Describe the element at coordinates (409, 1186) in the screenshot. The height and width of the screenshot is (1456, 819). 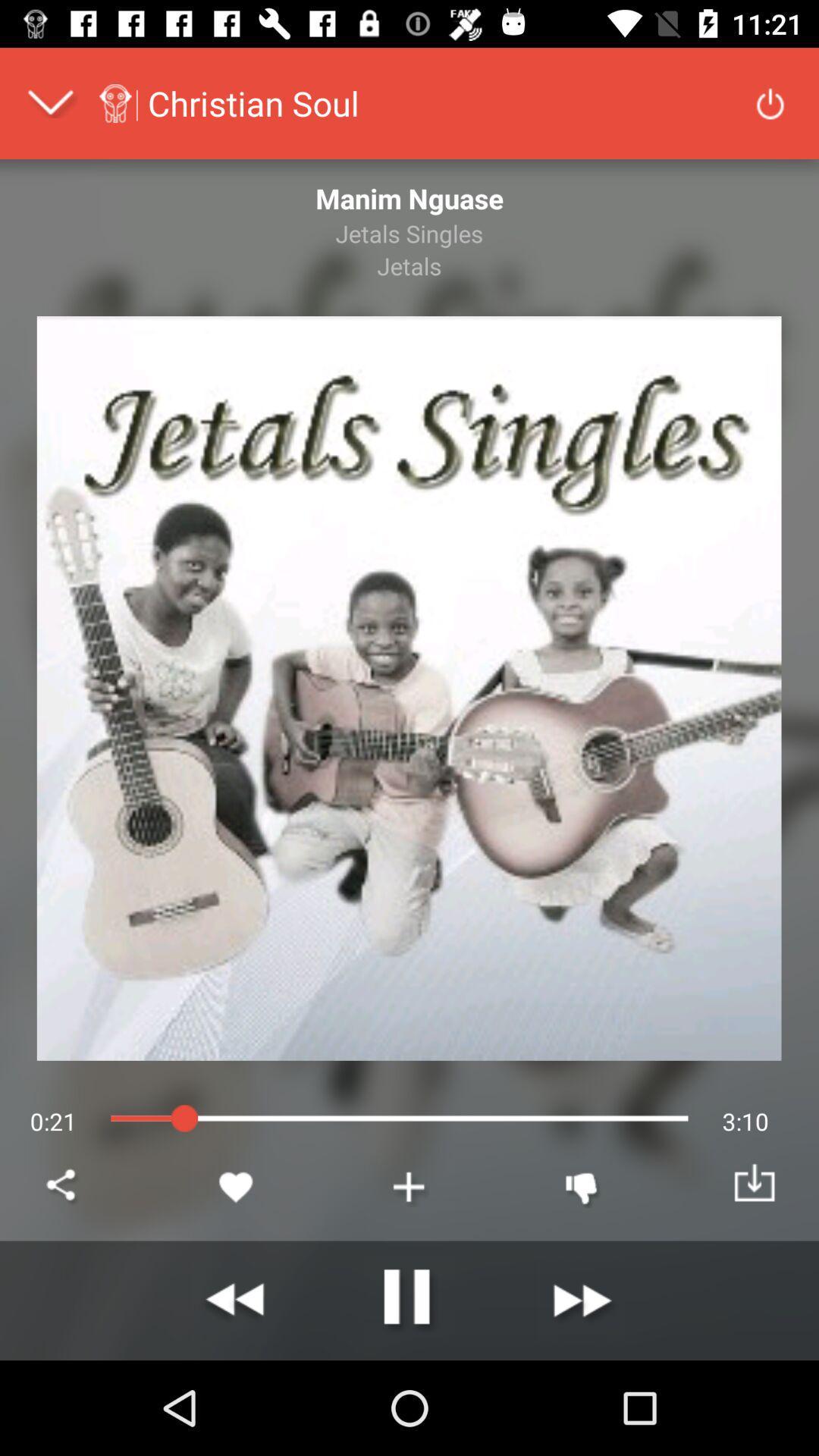
I see `the add icon` at that location.